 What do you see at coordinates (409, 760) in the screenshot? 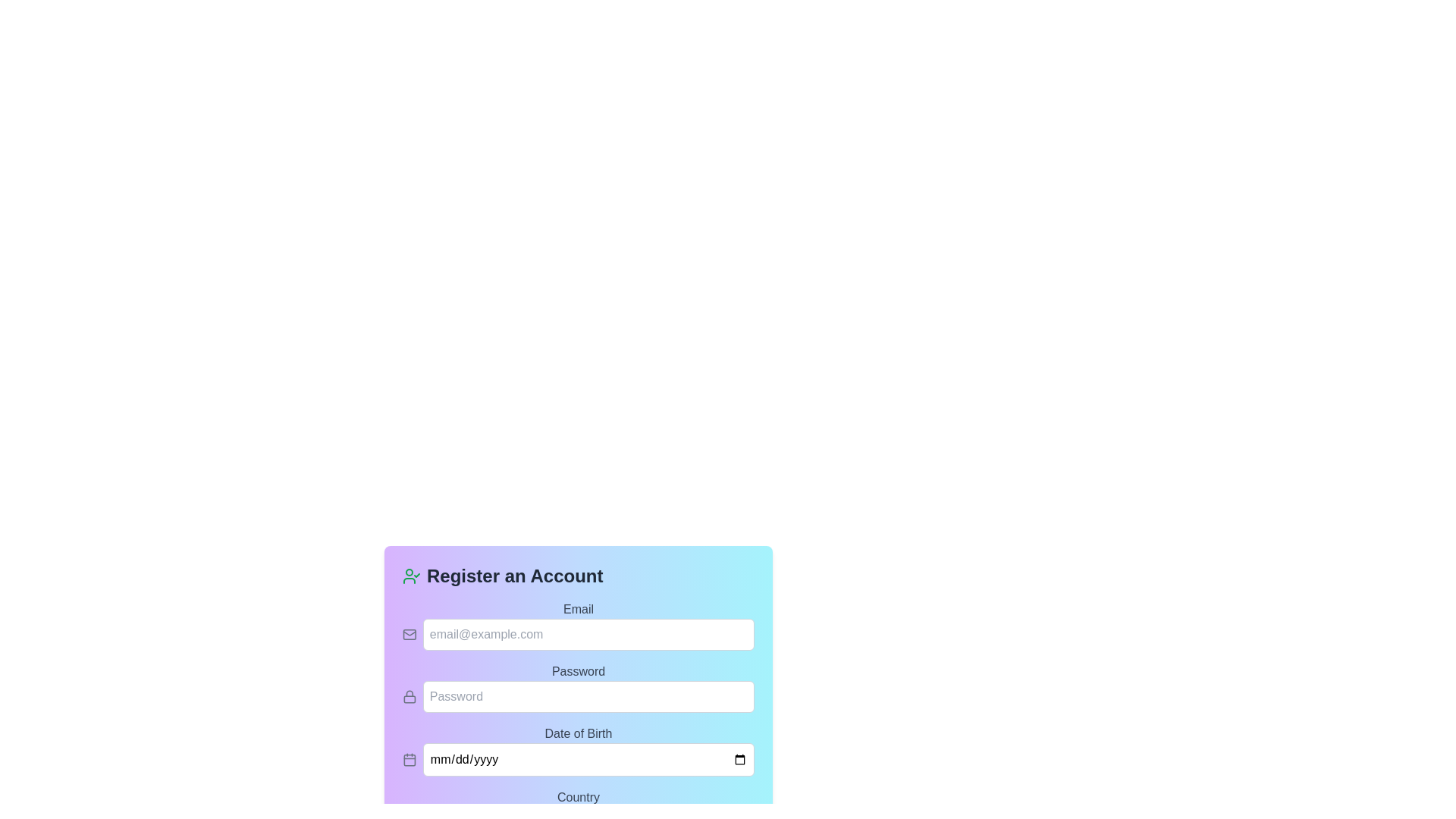
I see `the small calendar icon with a gray outline, which is positioned to the left of the 'Date of Birth' input field labeled 'mm/dd/yyyy' in the registration form` at bounding box center [409, 760].